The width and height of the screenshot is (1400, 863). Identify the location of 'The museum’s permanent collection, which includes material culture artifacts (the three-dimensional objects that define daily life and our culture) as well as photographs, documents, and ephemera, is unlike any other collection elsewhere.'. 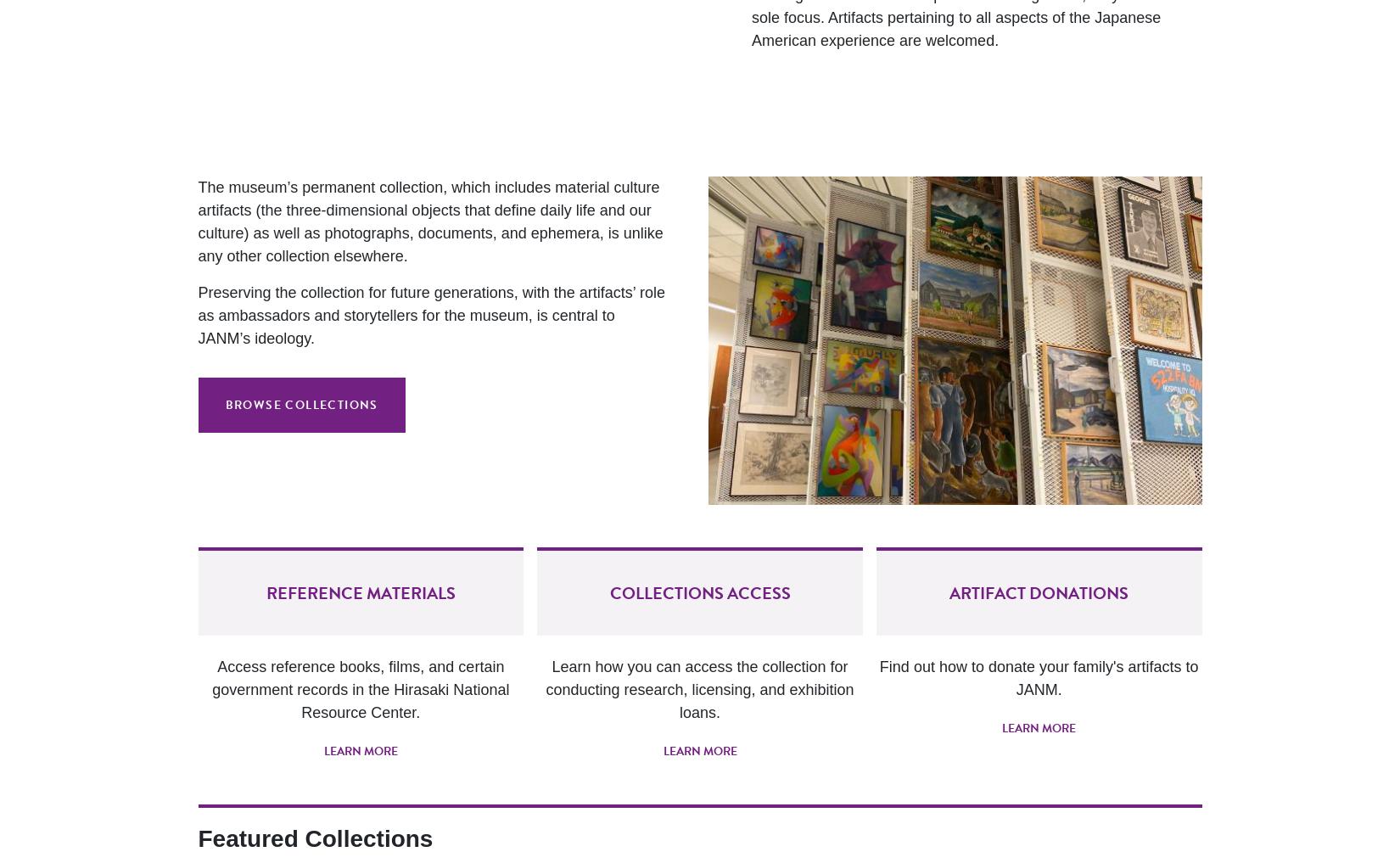
(197, 220).